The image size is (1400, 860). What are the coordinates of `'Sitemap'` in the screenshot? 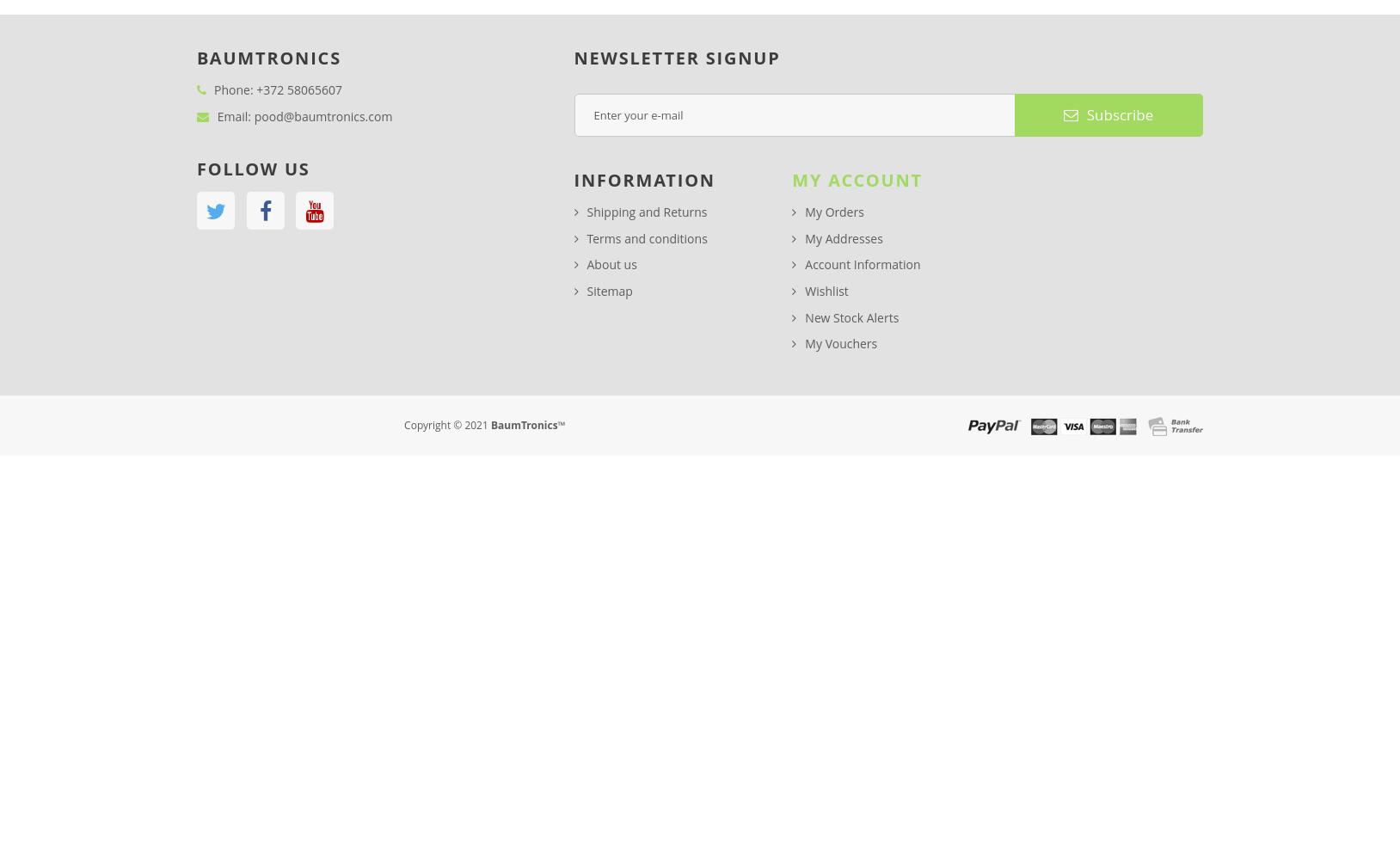 It's located at (609, 289).